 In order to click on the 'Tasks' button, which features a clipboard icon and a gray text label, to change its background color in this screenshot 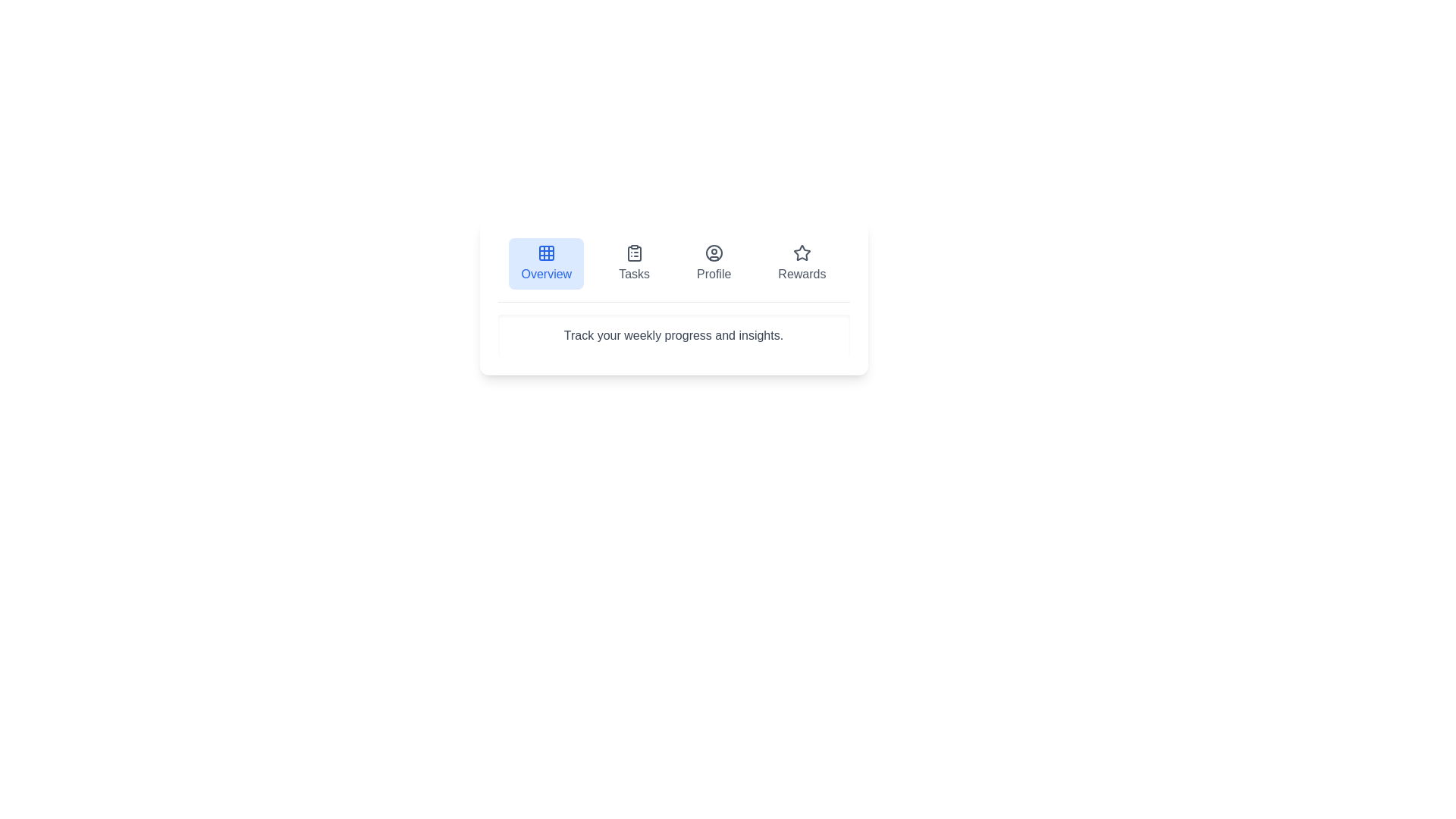, I will do `click(634, 262)`.